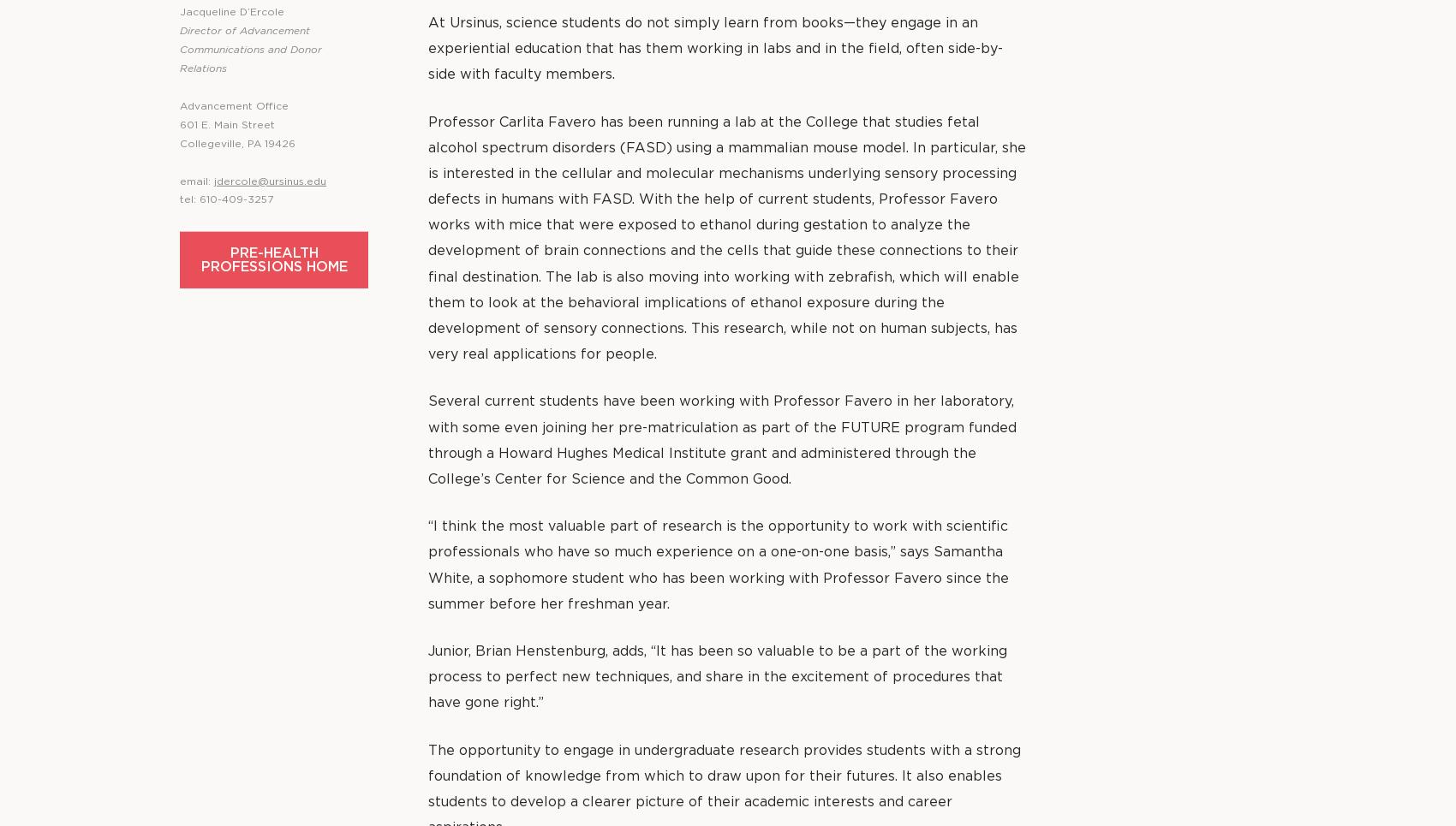  I want to click on 'jdercole@ursinus.edu', so click(270, 181).